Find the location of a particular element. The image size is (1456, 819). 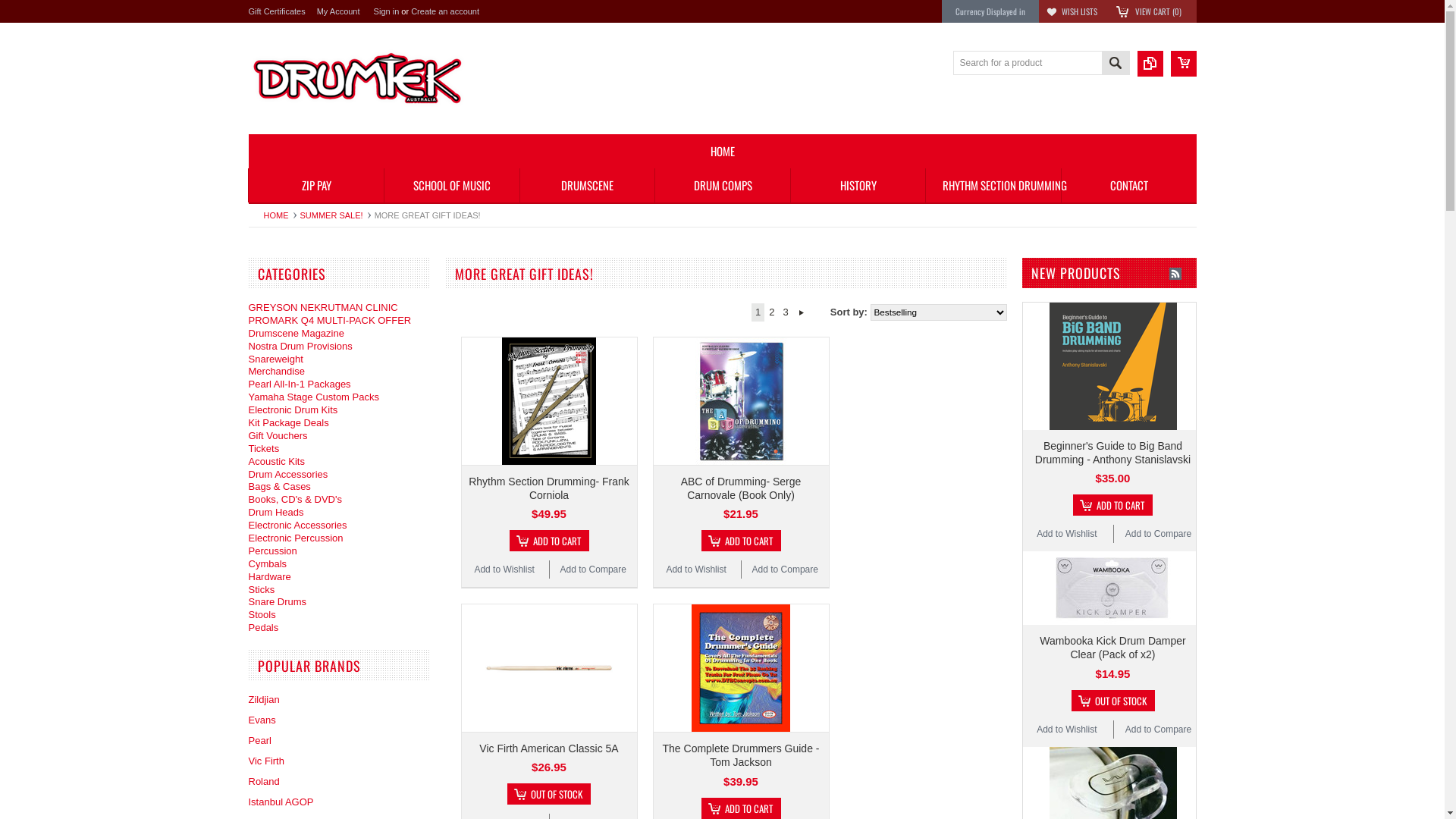

'OUT OF STOCK' is located at coordinates (548, 792).